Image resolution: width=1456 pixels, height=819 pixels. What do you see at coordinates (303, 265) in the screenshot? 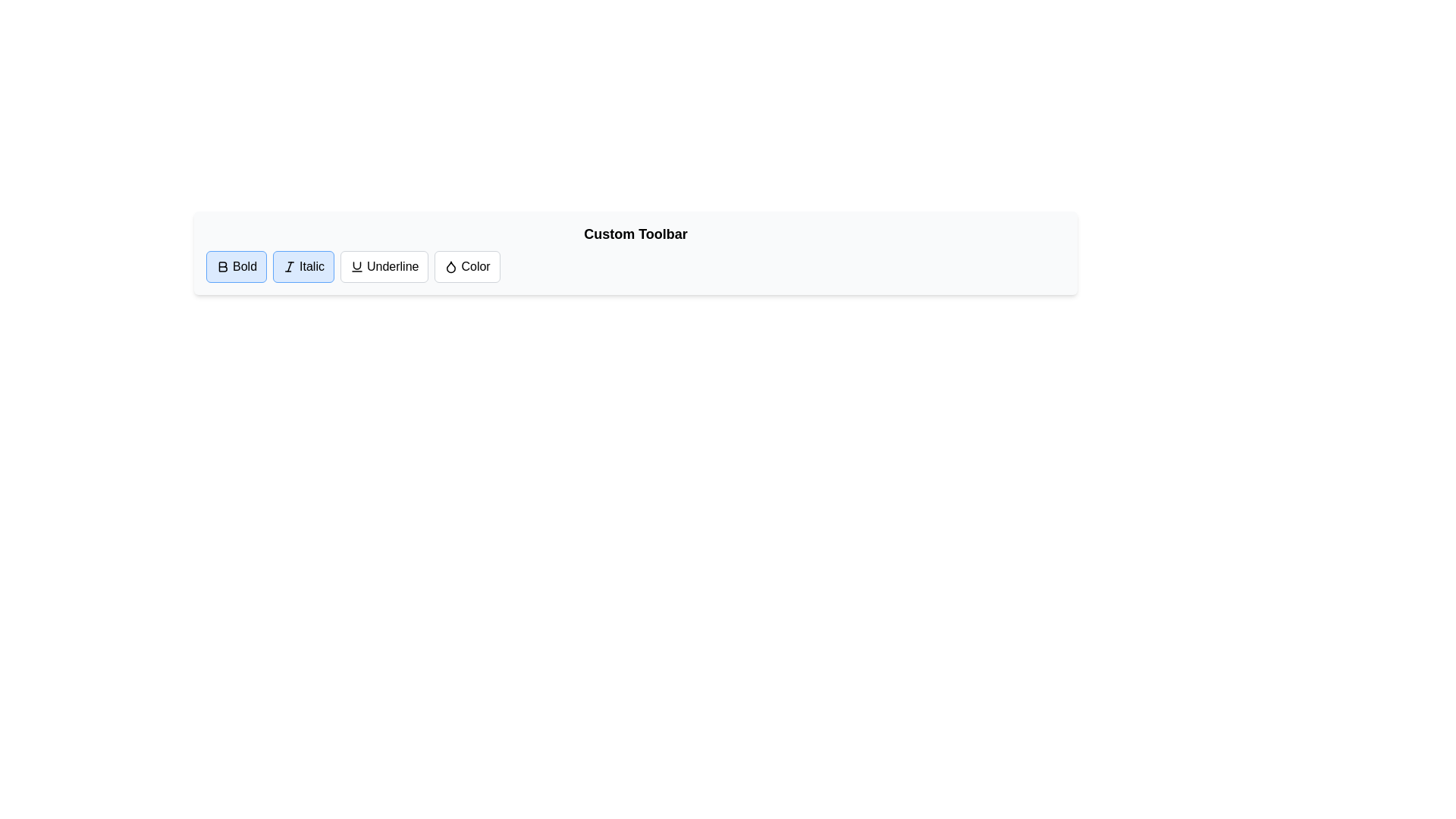
I see `the toggle button for italic styling, located between the 'Bold' and 'Underline' buttons in the toolbar` at bounding box center [303, 265].